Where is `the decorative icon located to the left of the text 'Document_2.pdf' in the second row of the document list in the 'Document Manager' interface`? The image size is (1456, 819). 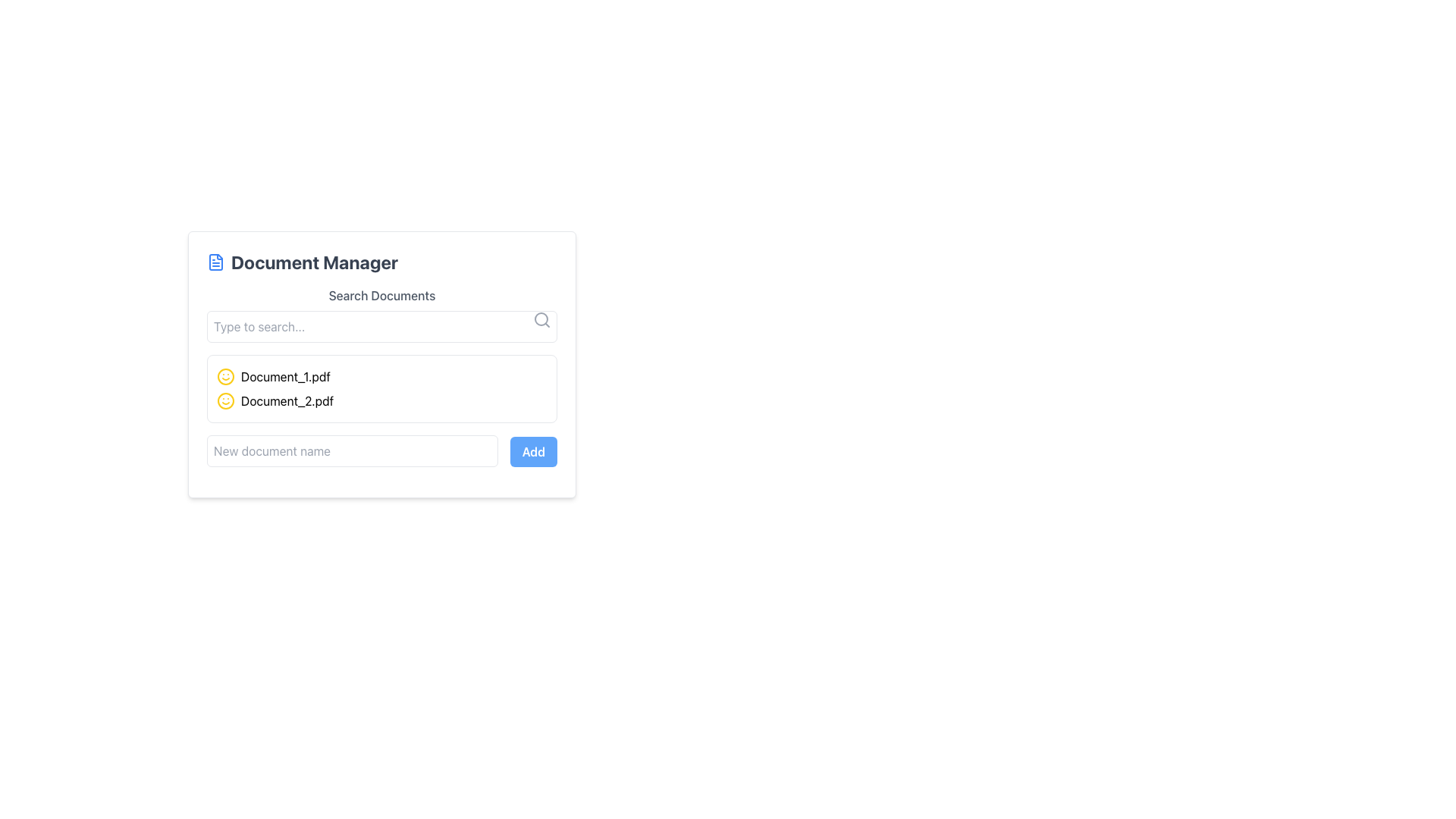 the decorative icon located to the left of the text 'Document_2.pdf' in the second row of the document list in the 'Document Manager' interface is located at coordinates (224, 400).